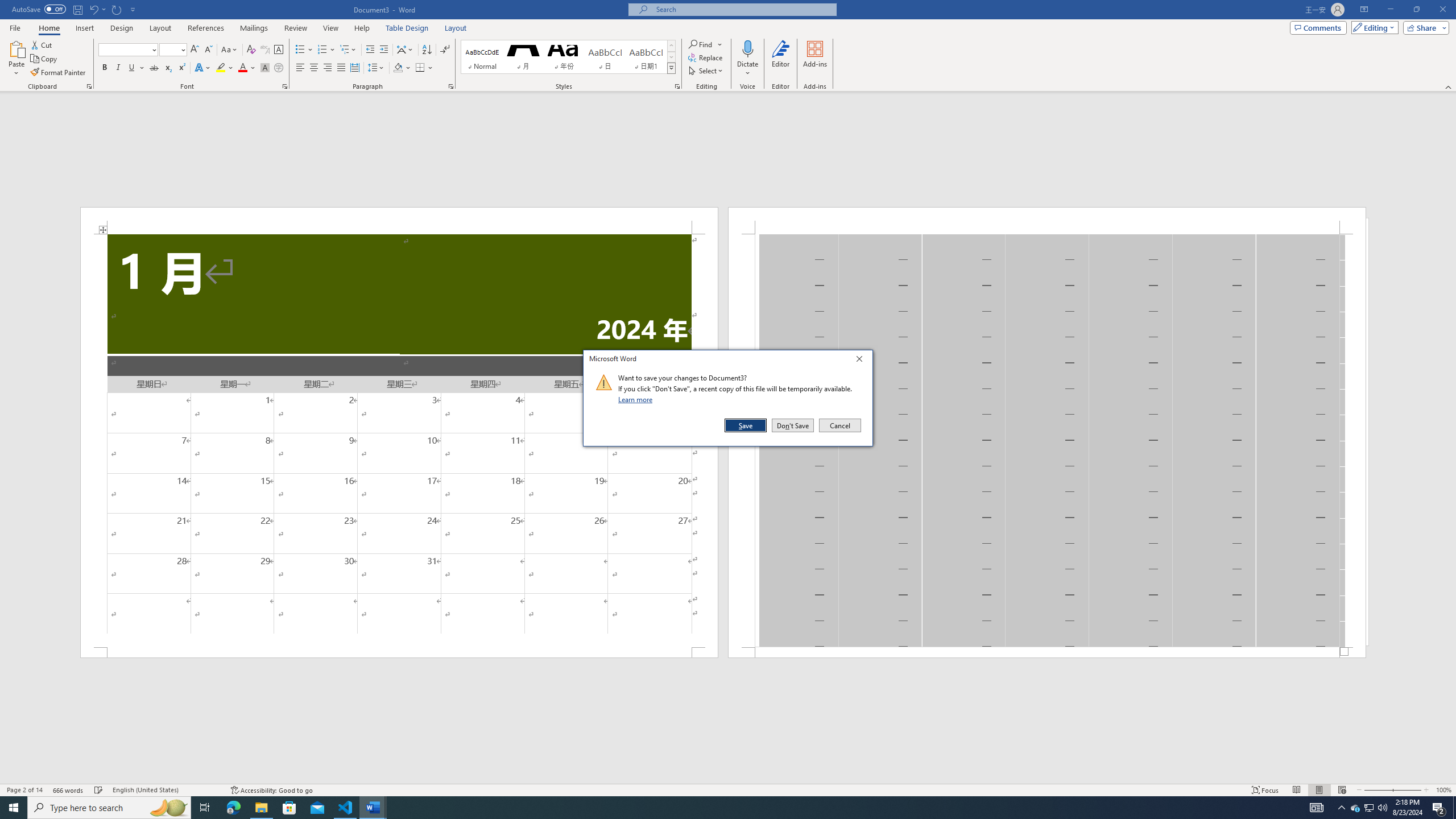  I want to click on 'Bullets', so click(300, 49).